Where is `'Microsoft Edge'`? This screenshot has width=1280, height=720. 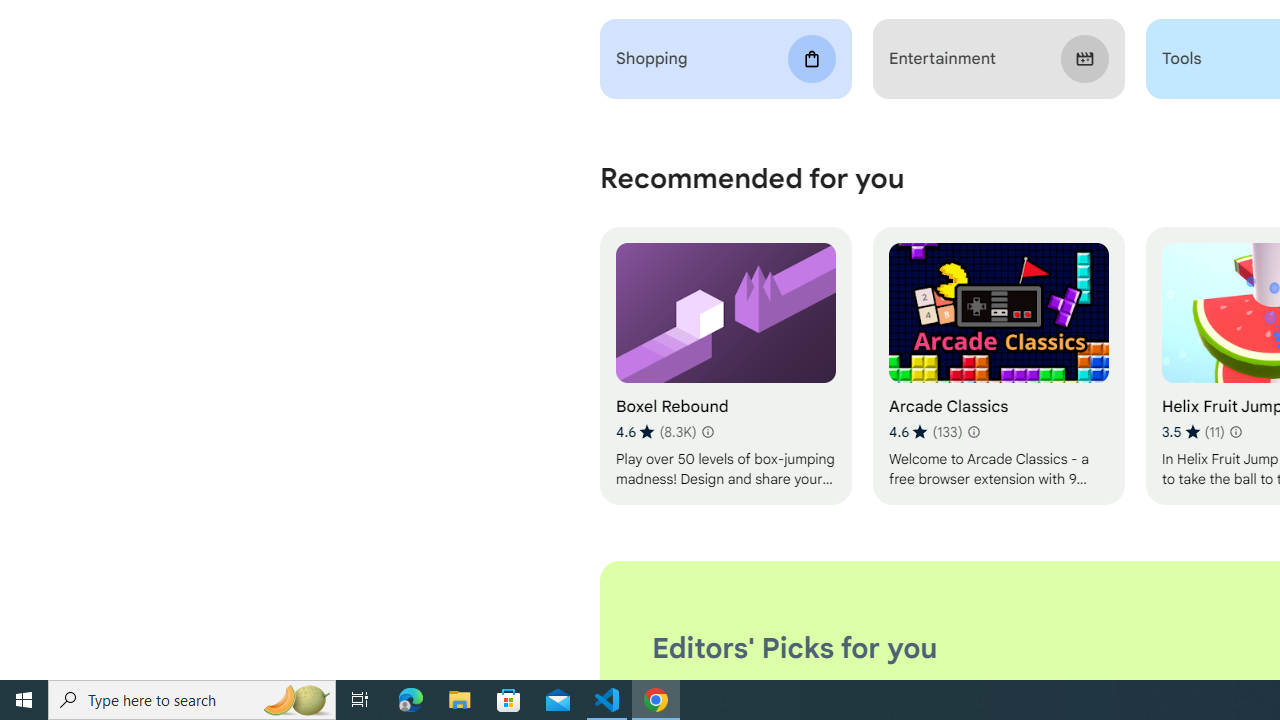
'Microsoft Edge' is located at coordinates (410, 698).